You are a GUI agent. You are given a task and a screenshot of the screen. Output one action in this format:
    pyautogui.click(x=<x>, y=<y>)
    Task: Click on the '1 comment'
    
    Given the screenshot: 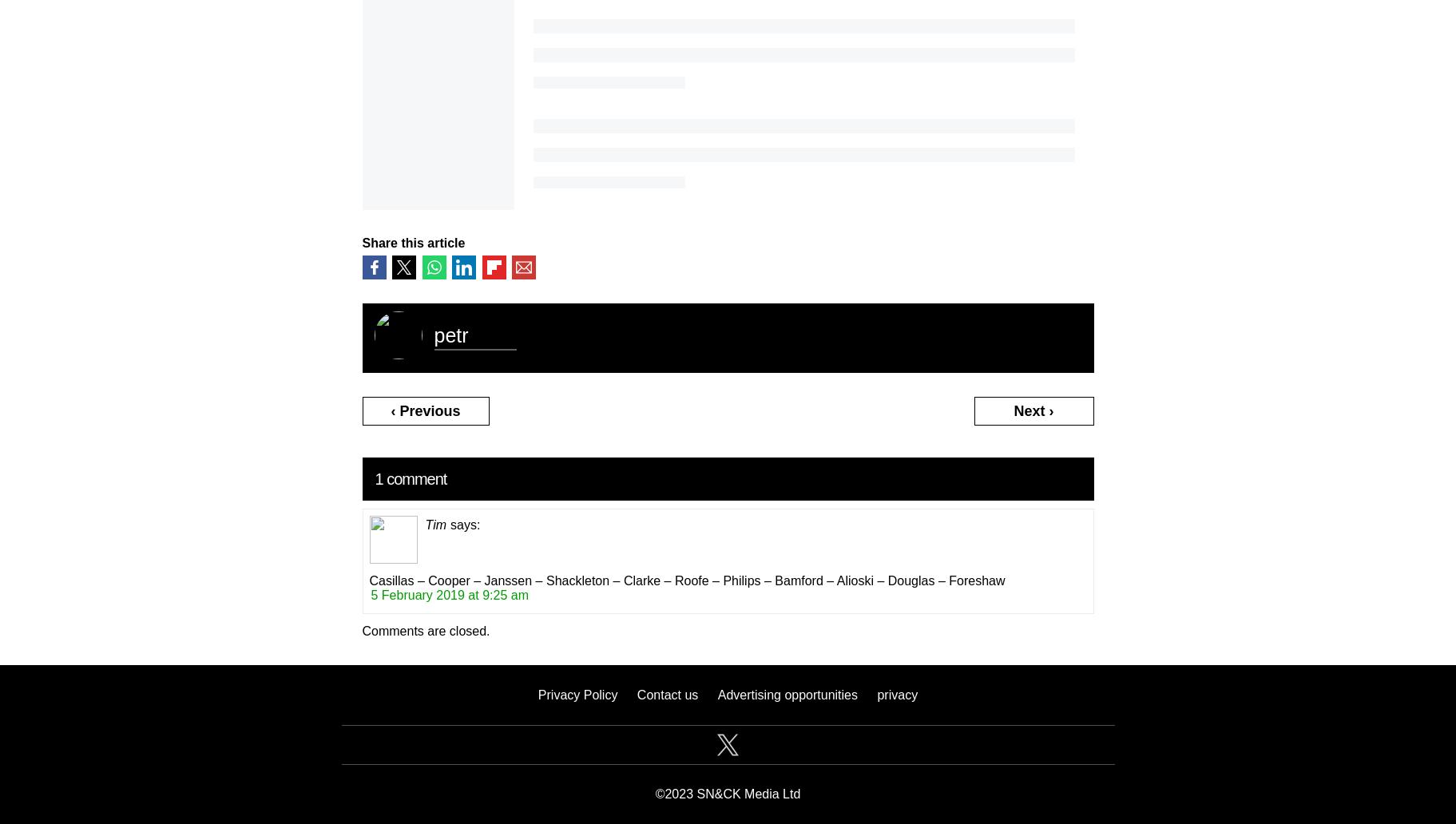 What is the action you would take?
    pyautogui.click(x=411, y=477)
    